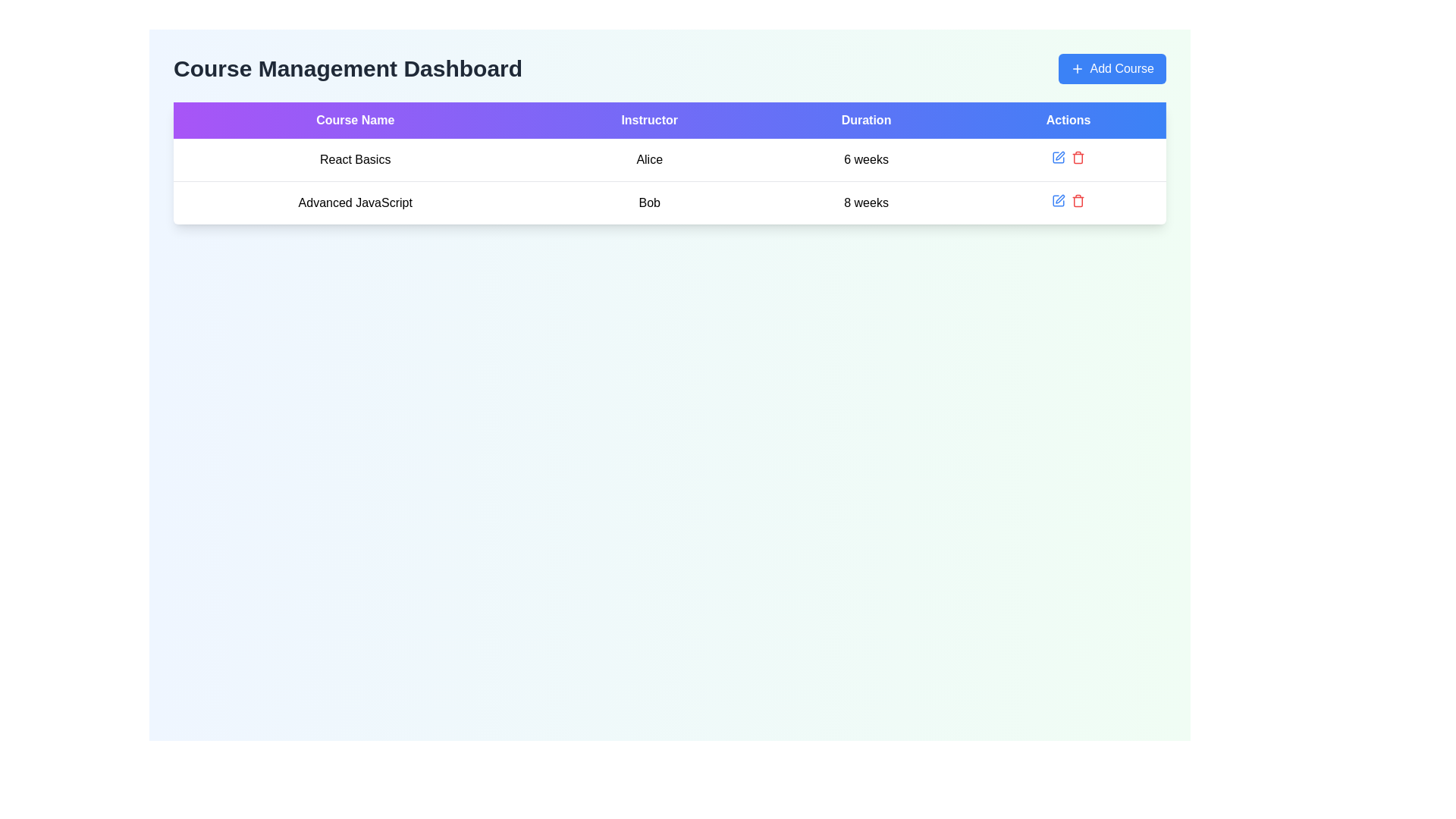 Image resolution: width=1456 pixels, height=819 pixels. I want to click on the text element displaying the instructor's name for the course 'Advanced JavaScript', located in the second row of the table under the 'Instructor' column, so click(649, 202).